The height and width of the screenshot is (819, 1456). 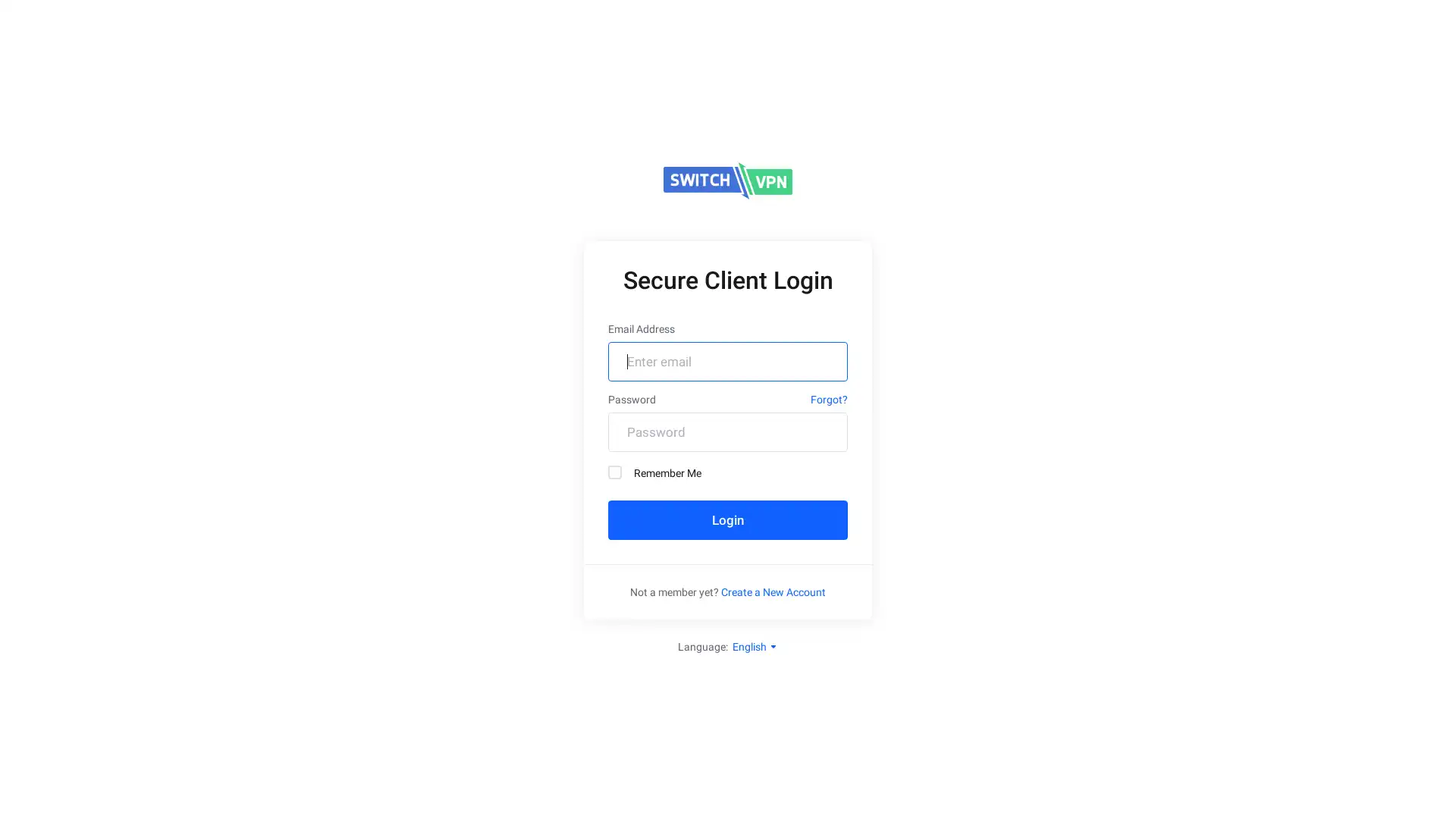 I want to click on Login, so click(x=728, y=519).